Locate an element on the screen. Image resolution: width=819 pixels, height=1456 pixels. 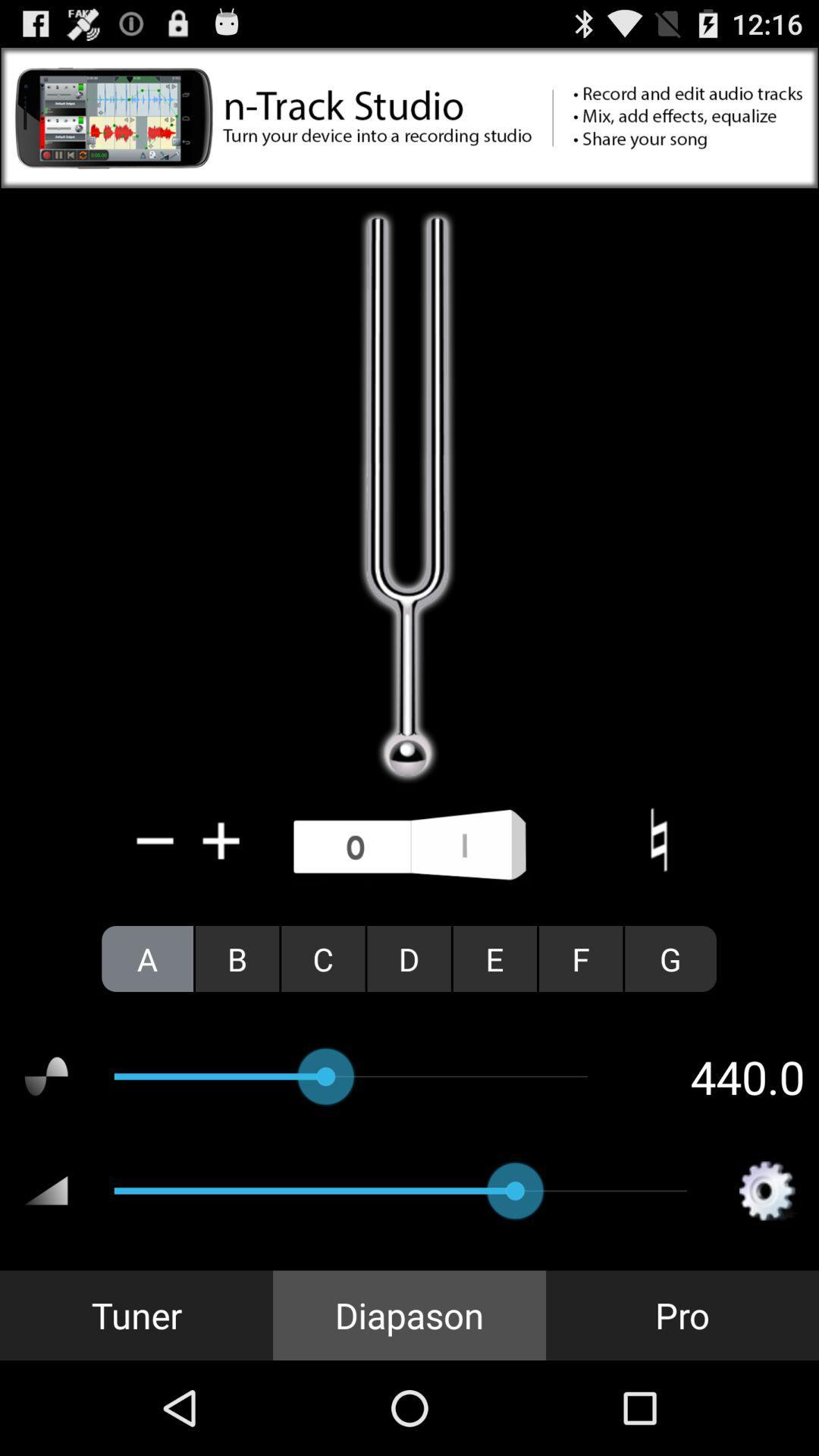
item above the 440.0 is located at coordinates (670, 958).